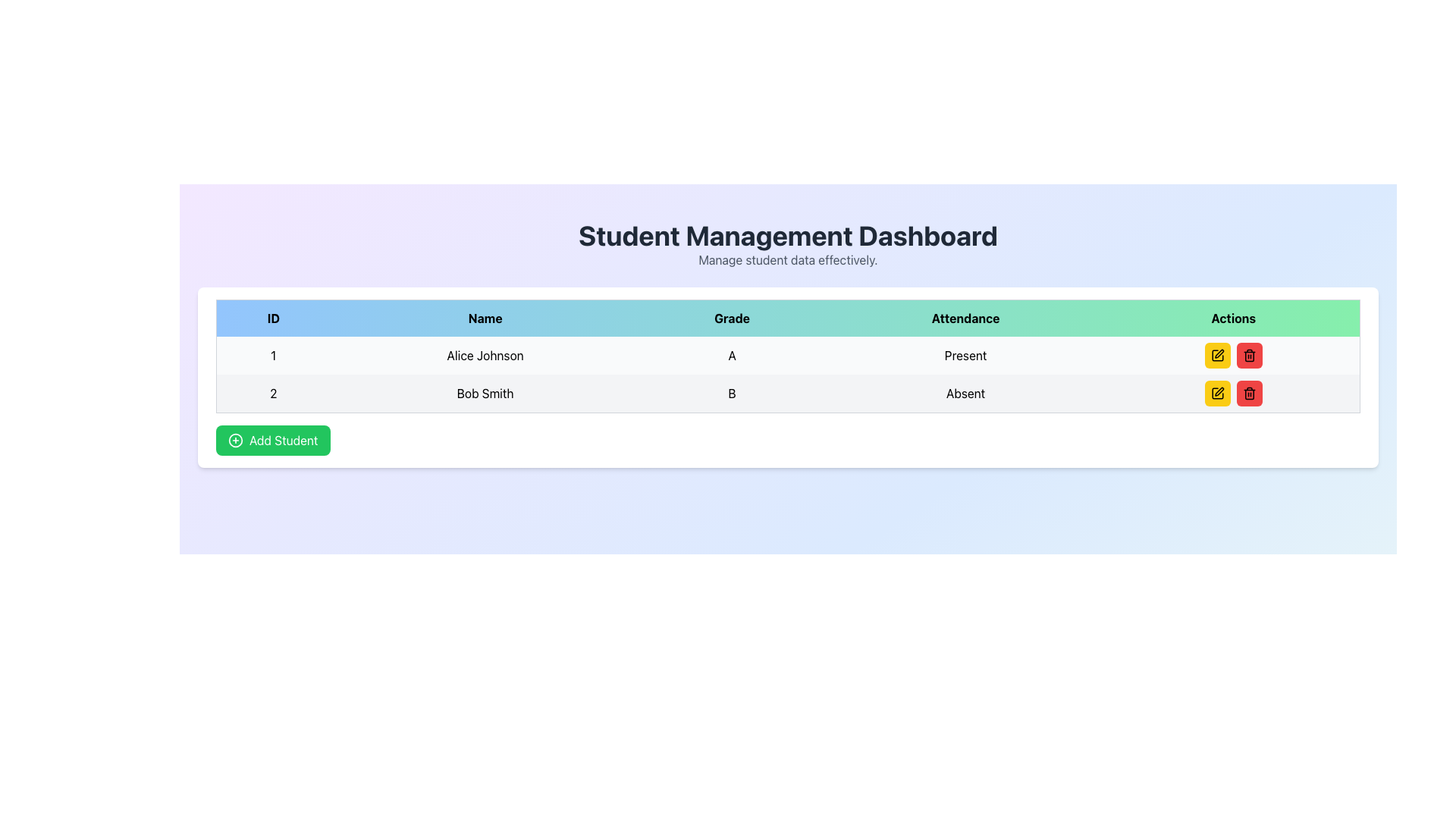 This screenshot has width=1456, height=819. What do you see at coordinates (1219, 391) in the screenshot?
I see `the edit icon button in the Actions column of the second row for Bob Smith to initiate the edit action` at bounding box center [1219, 391].